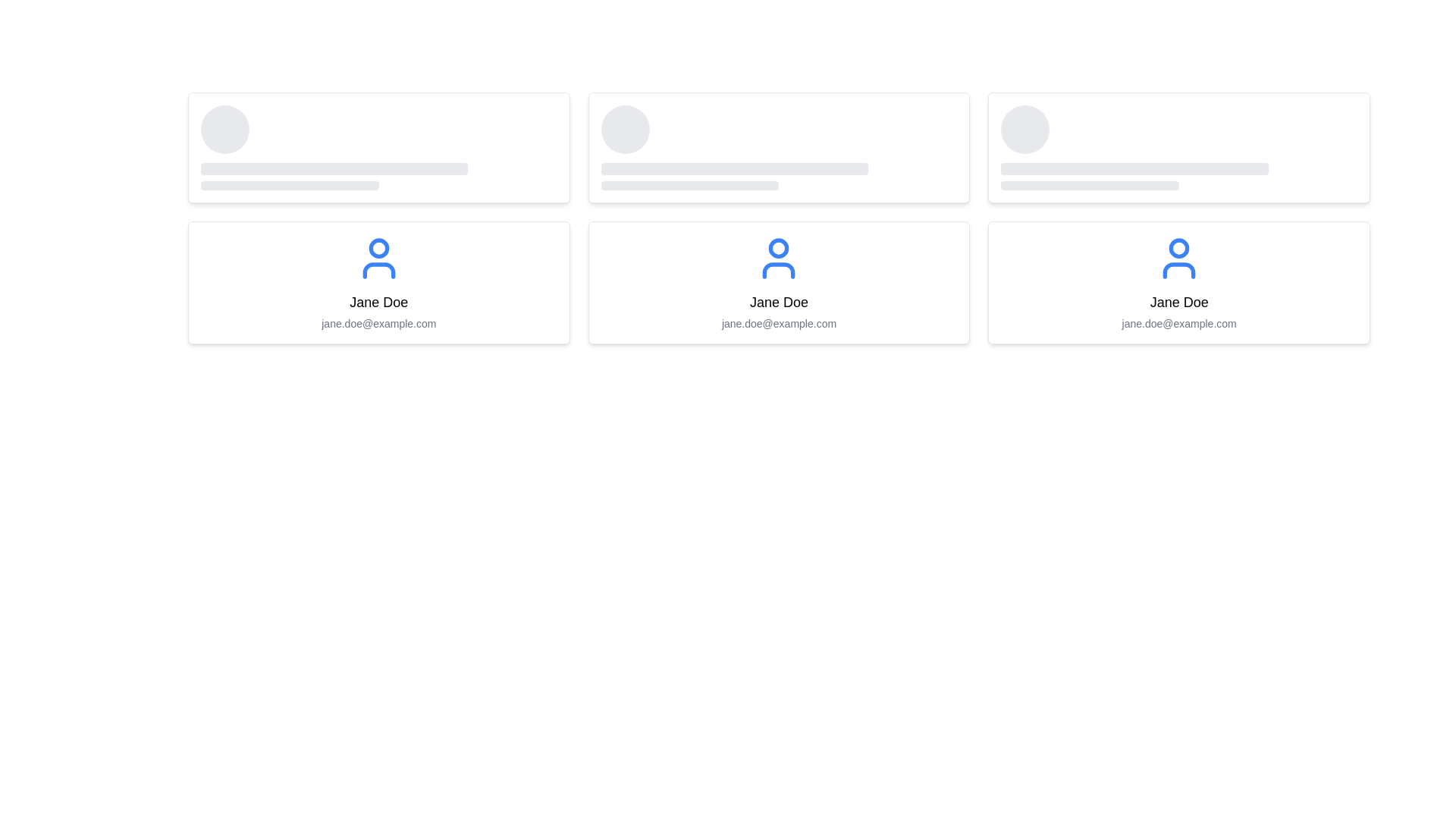 The width and height of the screenshot is (1456, 819). Describe the element at coordinates (378, 257) in the screenshot. I see `the user profile icon located above the text 'Jane Doe' and the email address 'jane.doe@example.com' in the card layout` at that location.